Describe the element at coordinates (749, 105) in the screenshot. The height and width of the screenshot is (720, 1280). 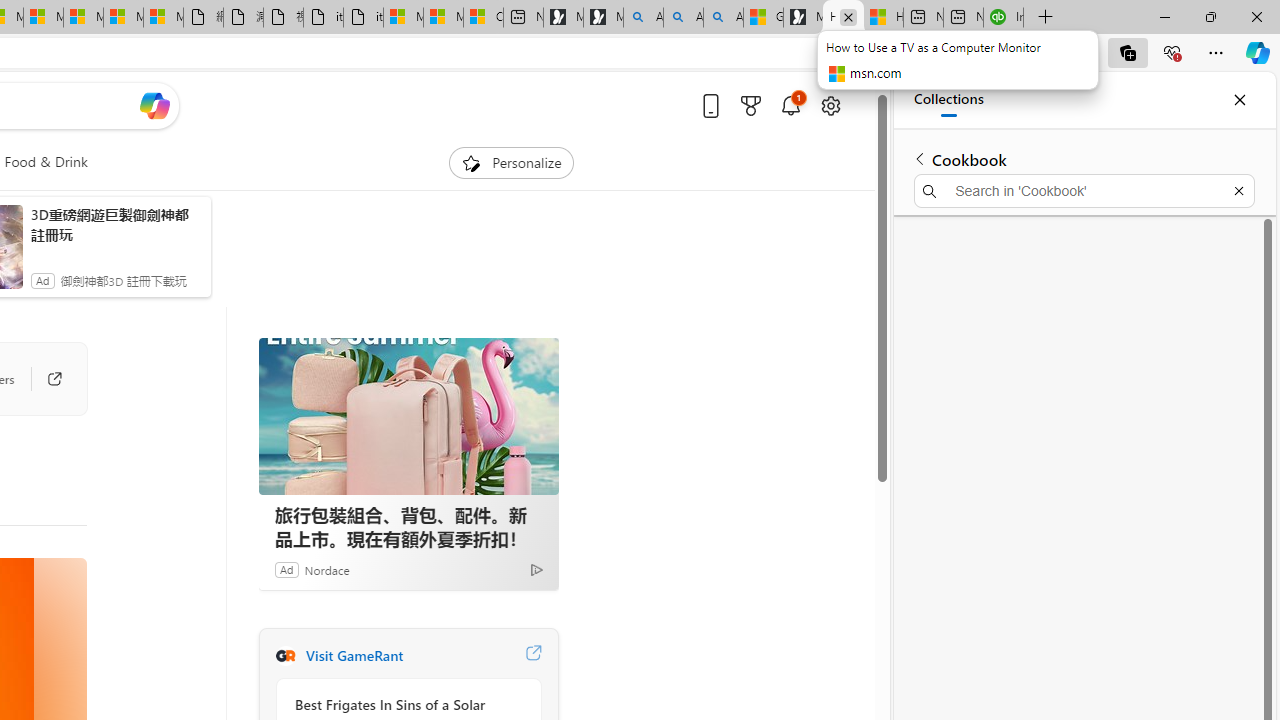
I see `'Microsoft rewards'` at that location.